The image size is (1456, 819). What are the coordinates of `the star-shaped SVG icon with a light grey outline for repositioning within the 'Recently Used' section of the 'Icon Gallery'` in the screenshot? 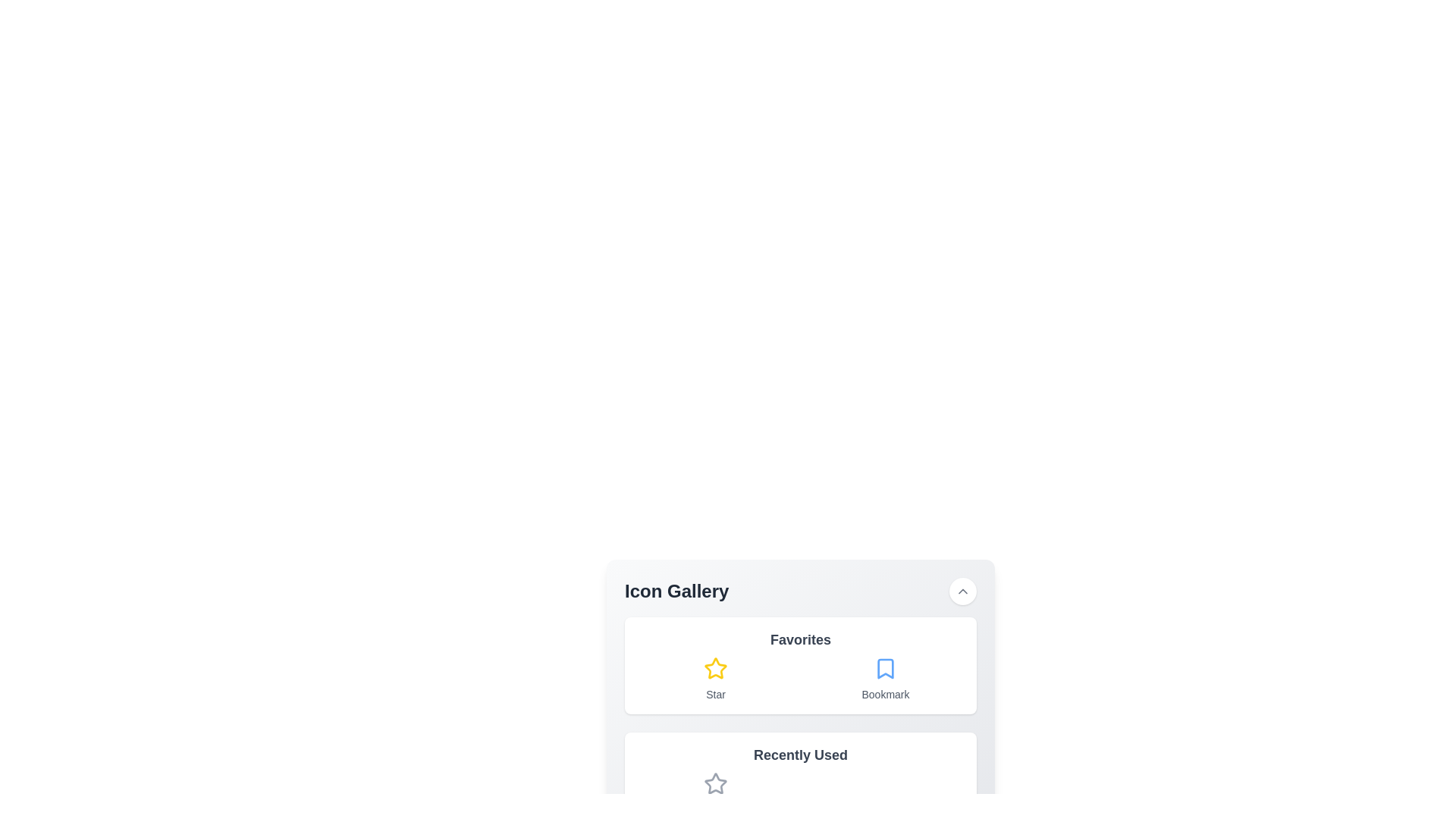 It's located at (715, 783).